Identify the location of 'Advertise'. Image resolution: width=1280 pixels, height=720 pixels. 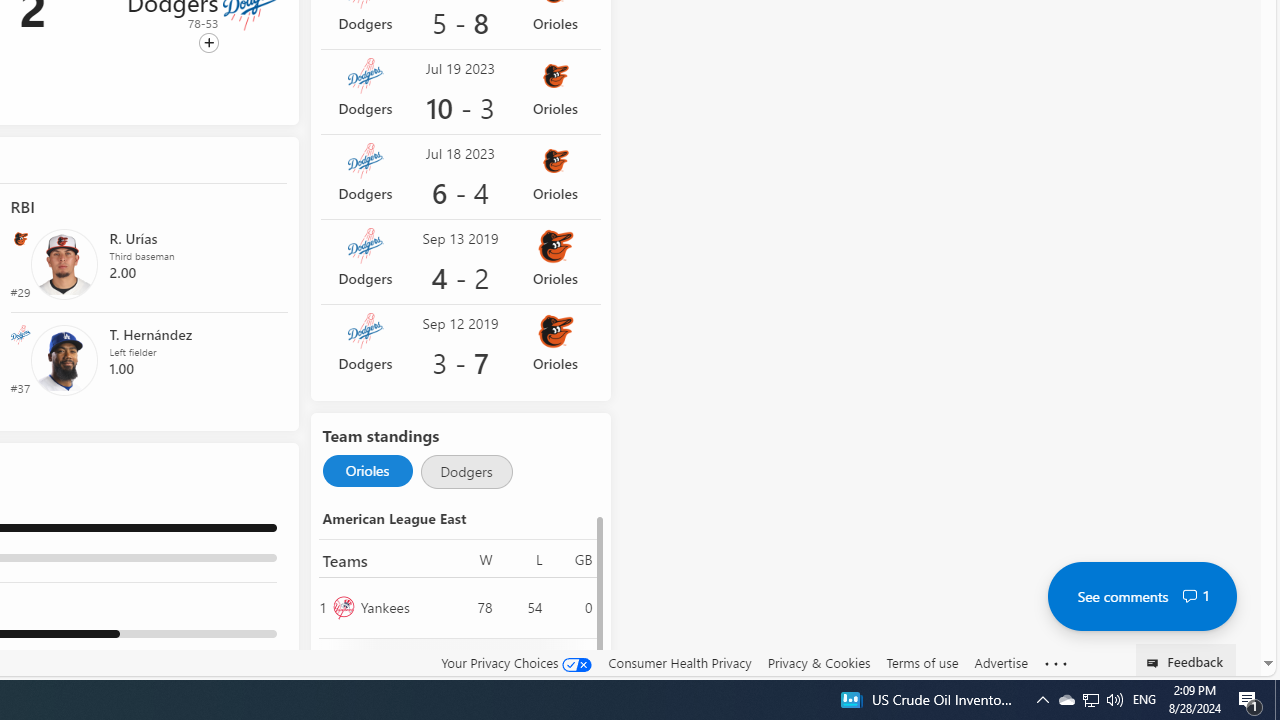
(1000, 662).